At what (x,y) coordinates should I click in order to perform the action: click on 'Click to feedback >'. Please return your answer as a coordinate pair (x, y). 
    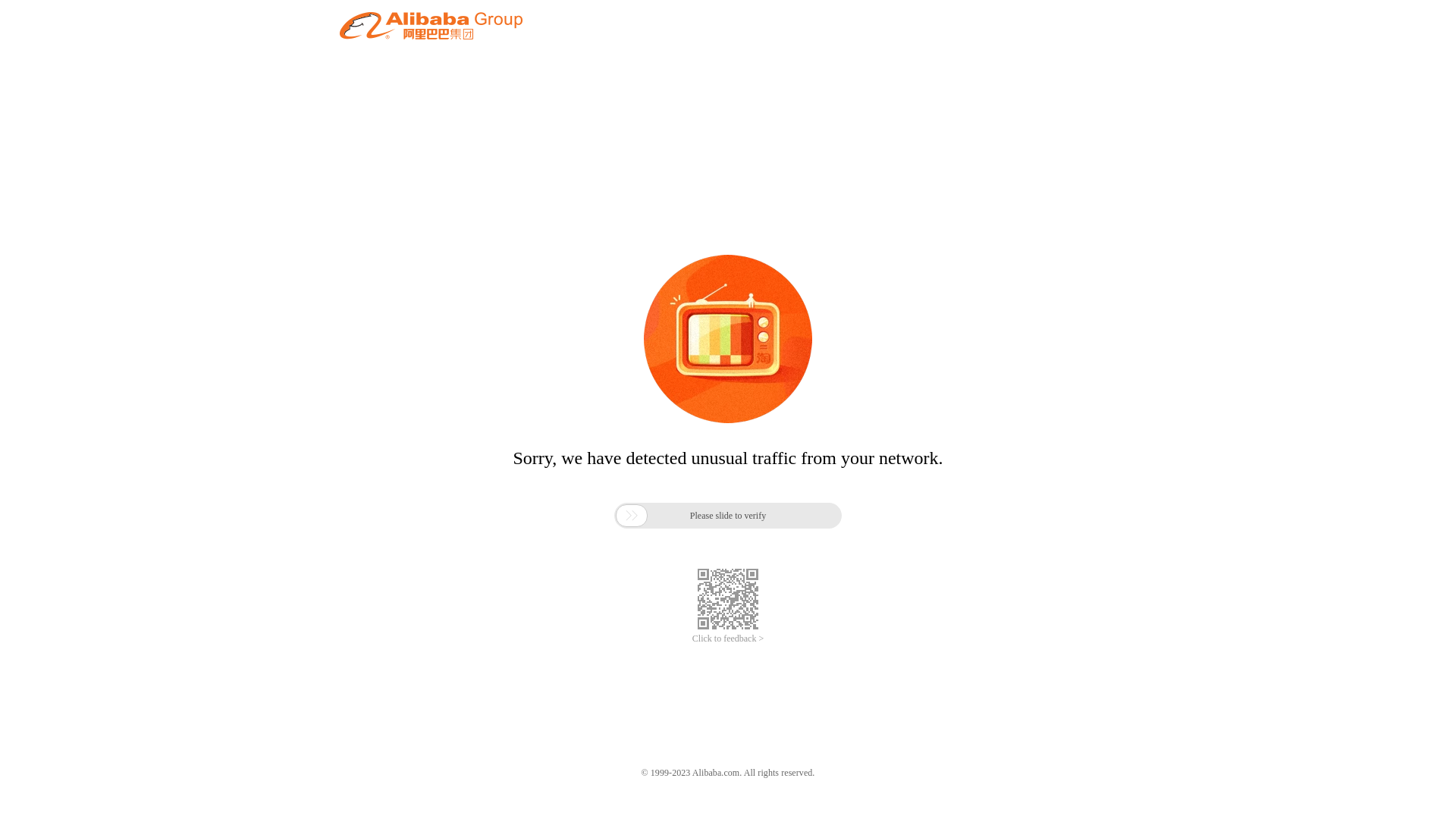
    Looking at the image, I should click on (728, 639).